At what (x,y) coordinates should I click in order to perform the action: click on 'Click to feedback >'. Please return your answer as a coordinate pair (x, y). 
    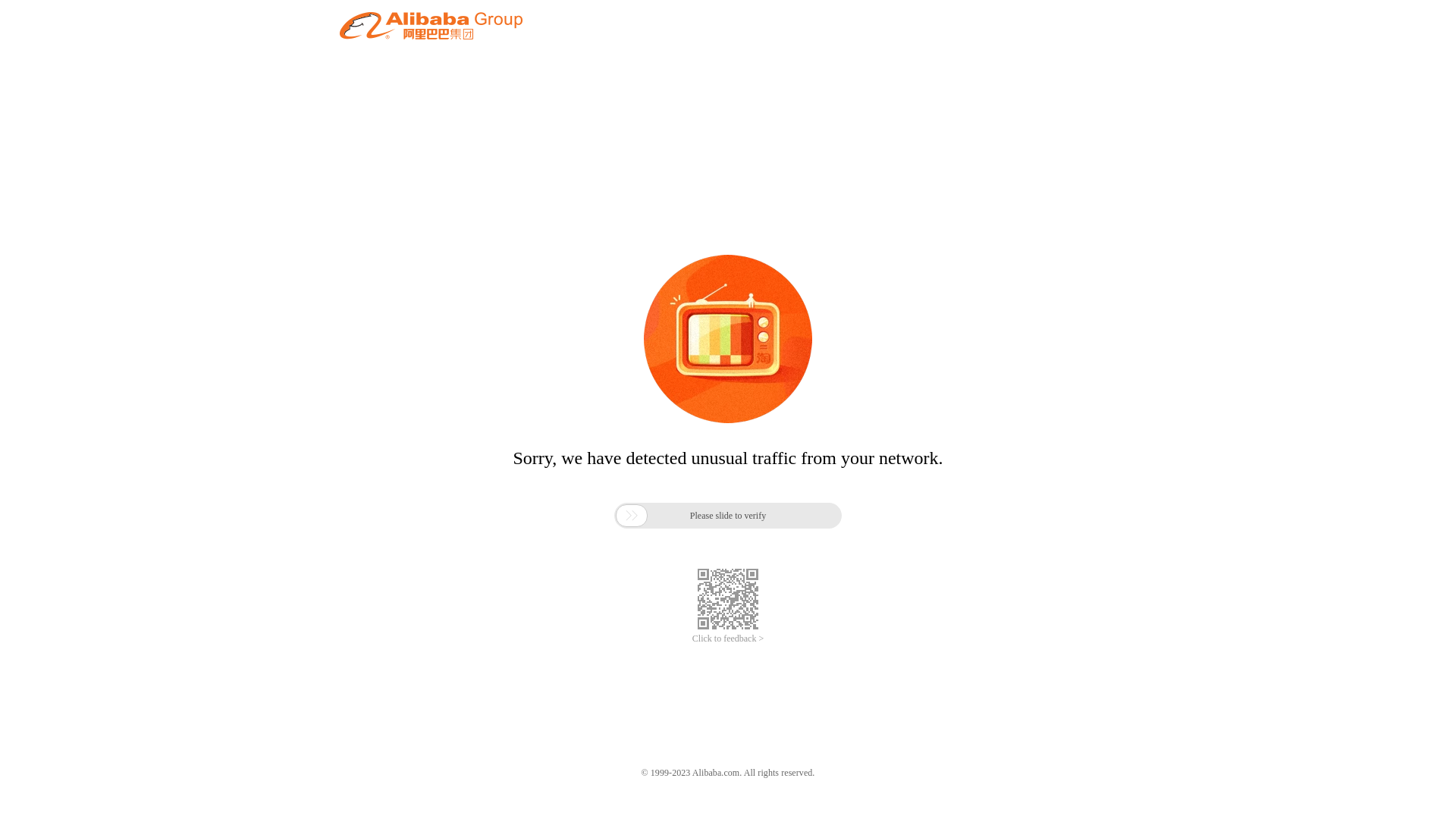
    Looking at the image, I should click on (728, 639).